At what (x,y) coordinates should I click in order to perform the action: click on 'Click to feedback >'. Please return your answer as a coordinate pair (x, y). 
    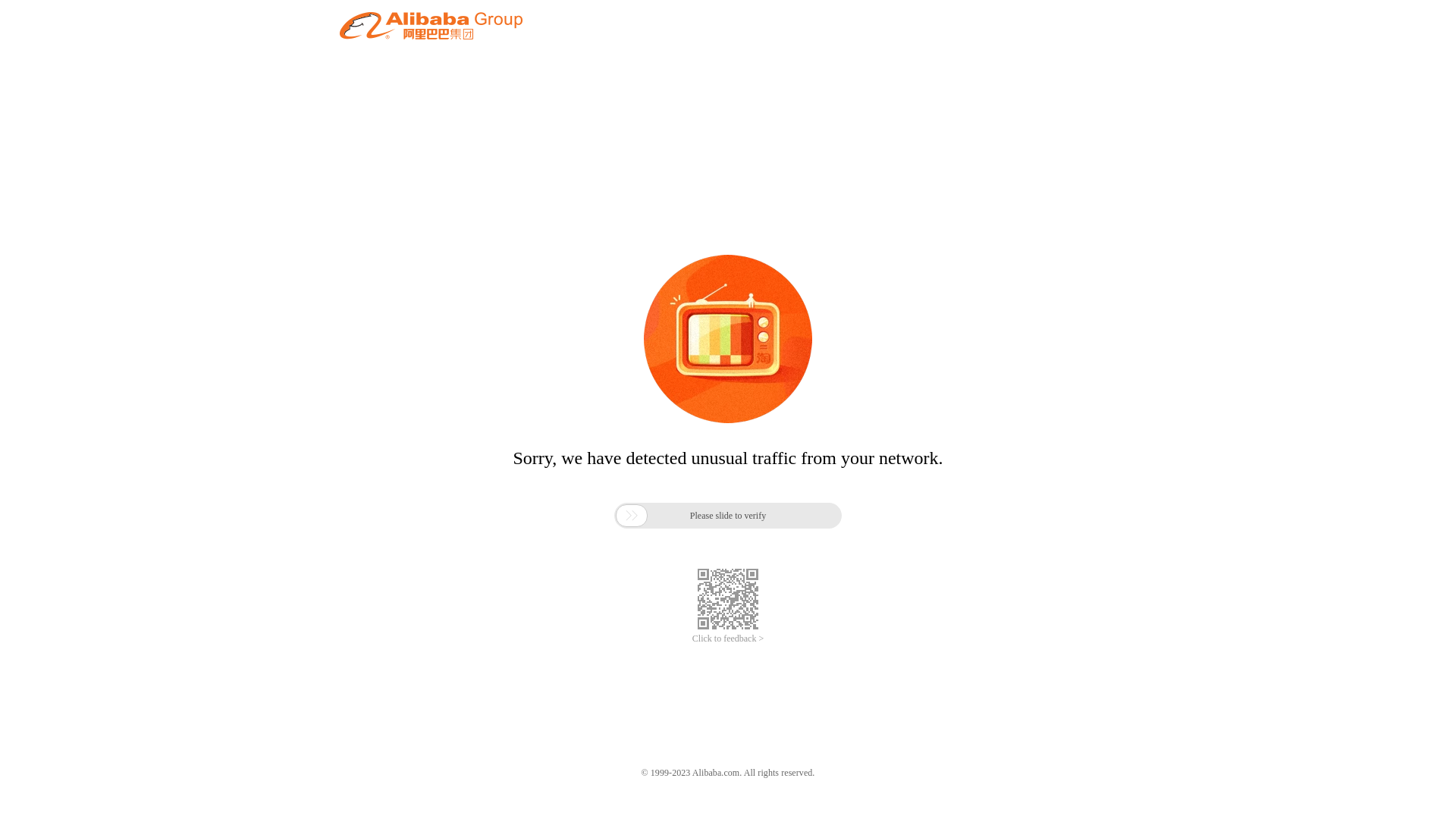
    Looking at the image, I should click on (728, 639).